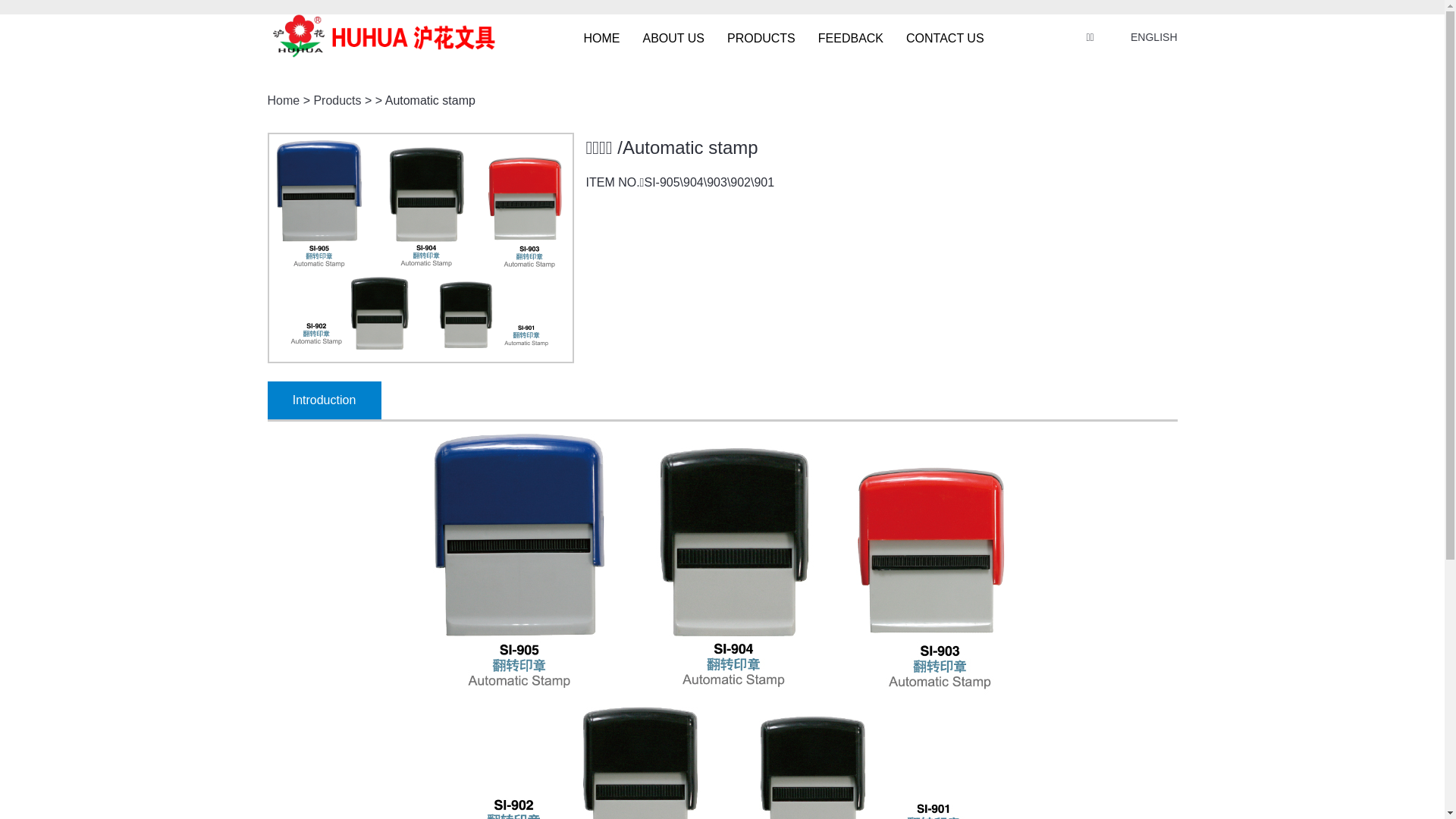 The width and height of the screenshot is (1456, 819). What do you see at coordinates (283, 100) in the screenshot?
I see `'Home'` at bounding box center [283, 100].